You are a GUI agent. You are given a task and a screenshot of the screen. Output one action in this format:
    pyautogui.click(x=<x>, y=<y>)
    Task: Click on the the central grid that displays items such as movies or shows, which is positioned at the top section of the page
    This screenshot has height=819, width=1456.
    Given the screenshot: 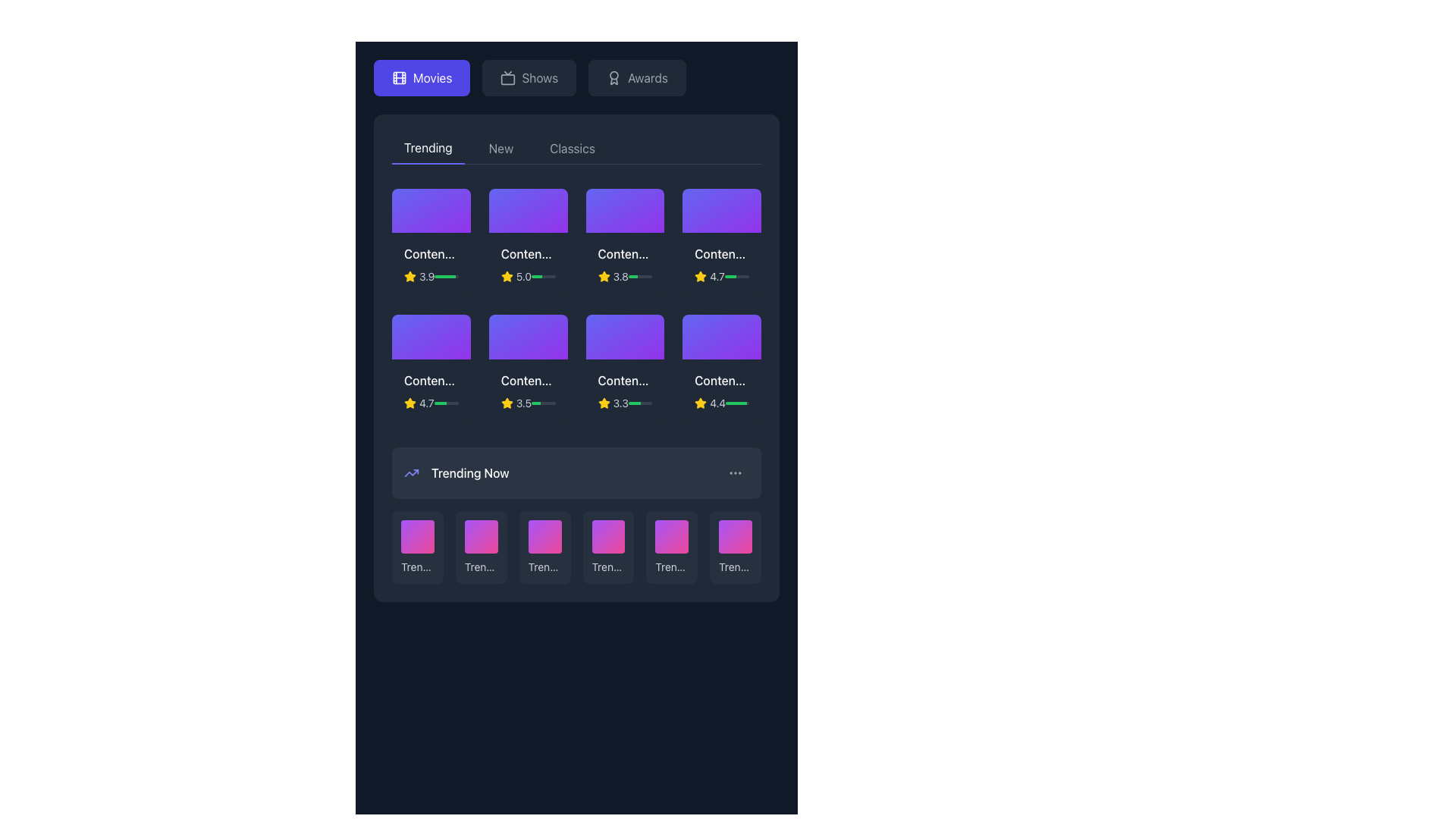 What is the action you would take?
    pyautogui.click(x=576, y=306)
    